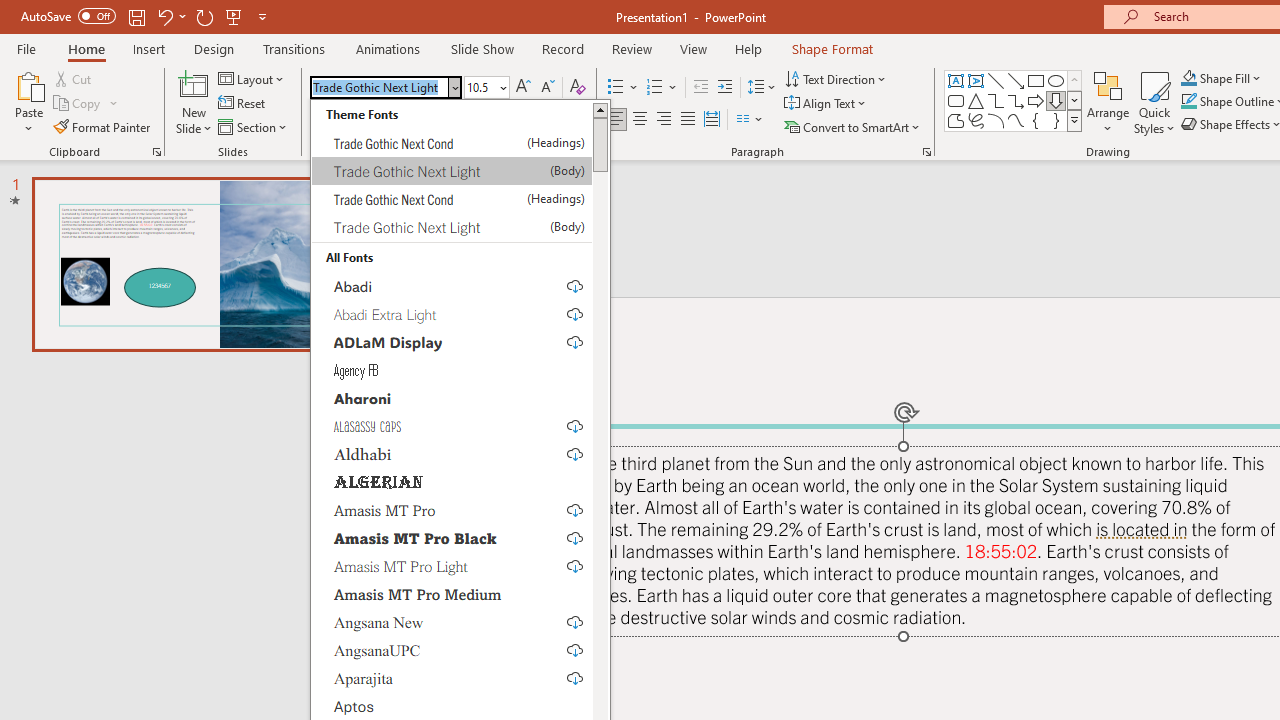  I want to click on 'Font', so click(379, 86).